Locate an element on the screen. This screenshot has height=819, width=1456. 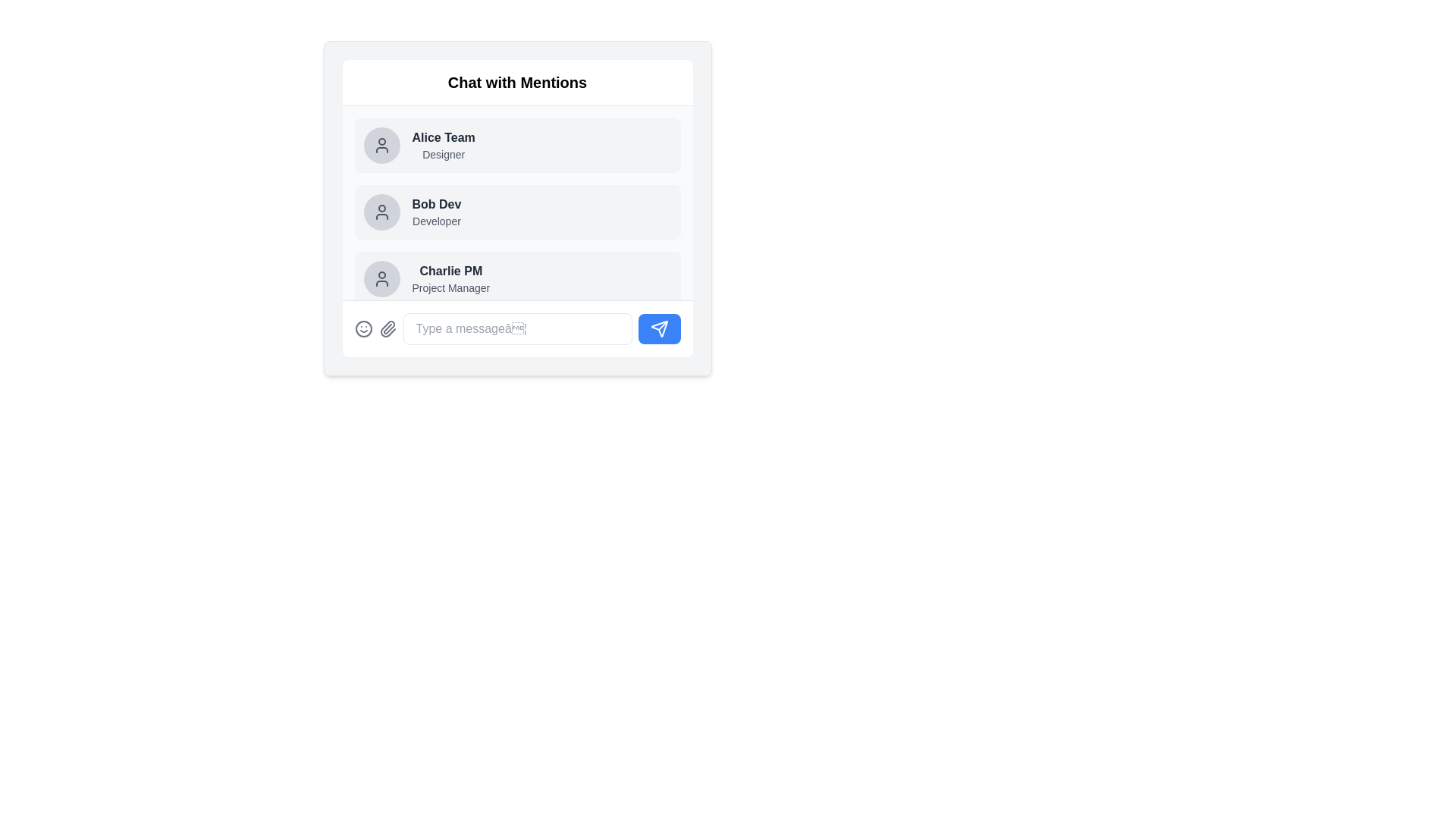
the paperclip icon located in the bottom input area of the chat interface to initiate the file attachment process is located at coordinates (387, 328).